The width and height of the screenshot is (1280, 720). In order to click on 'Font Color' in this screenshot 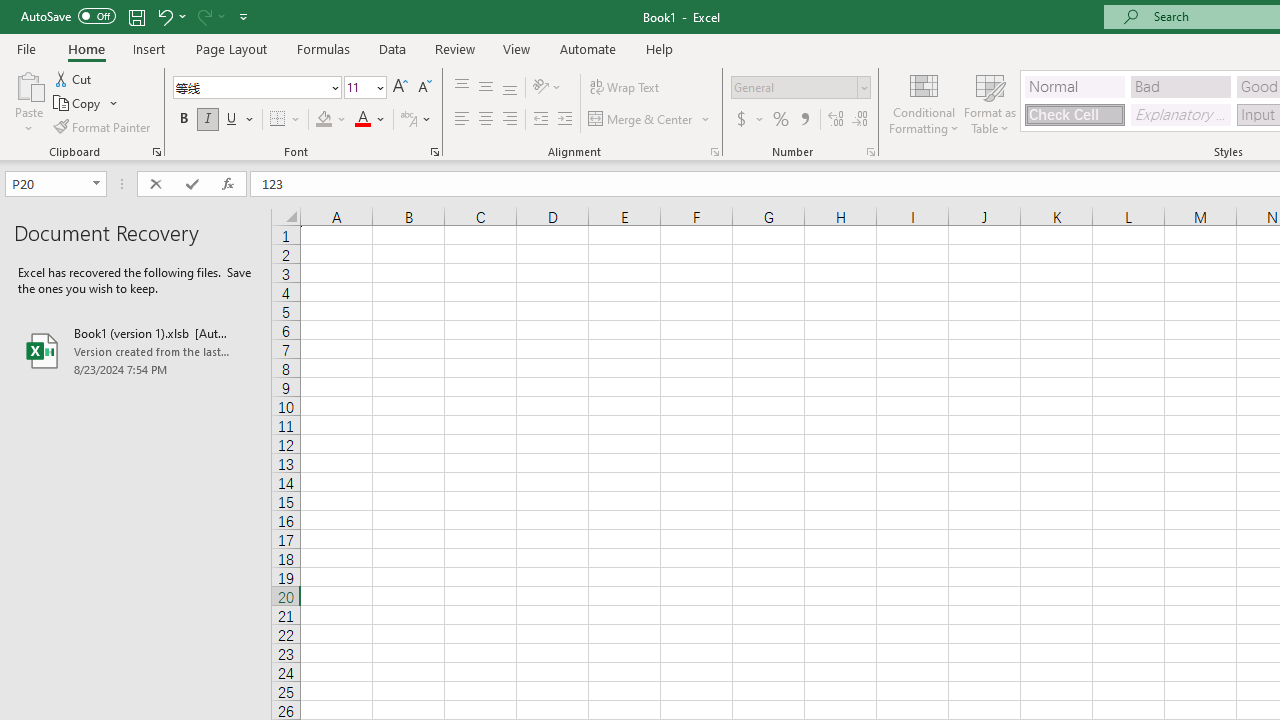, I will do `click(370, 119)`.